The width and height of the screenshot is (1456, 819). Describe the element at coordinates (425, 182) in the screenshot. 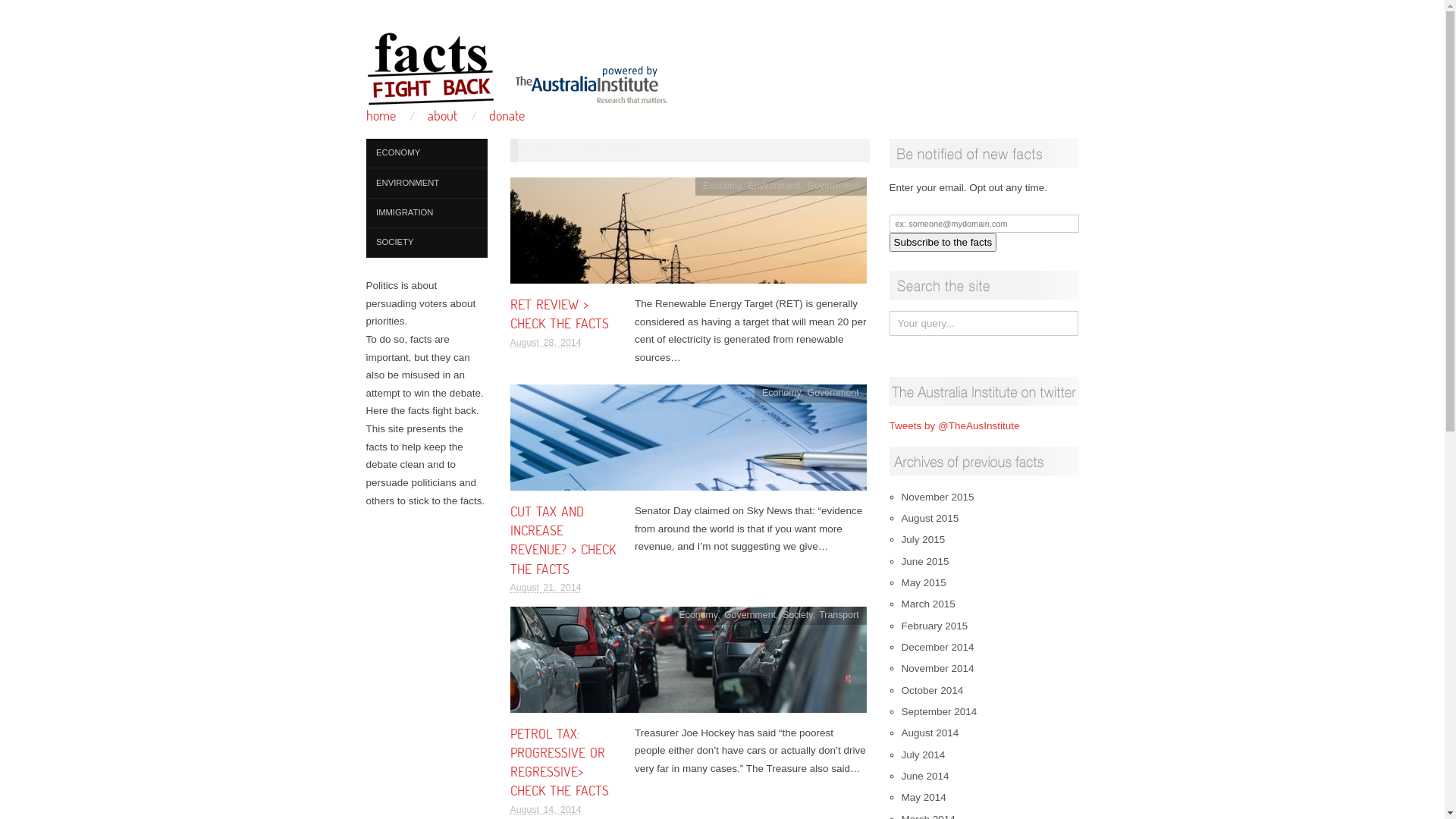

I see `'ENVIRONMENT'` at that location.